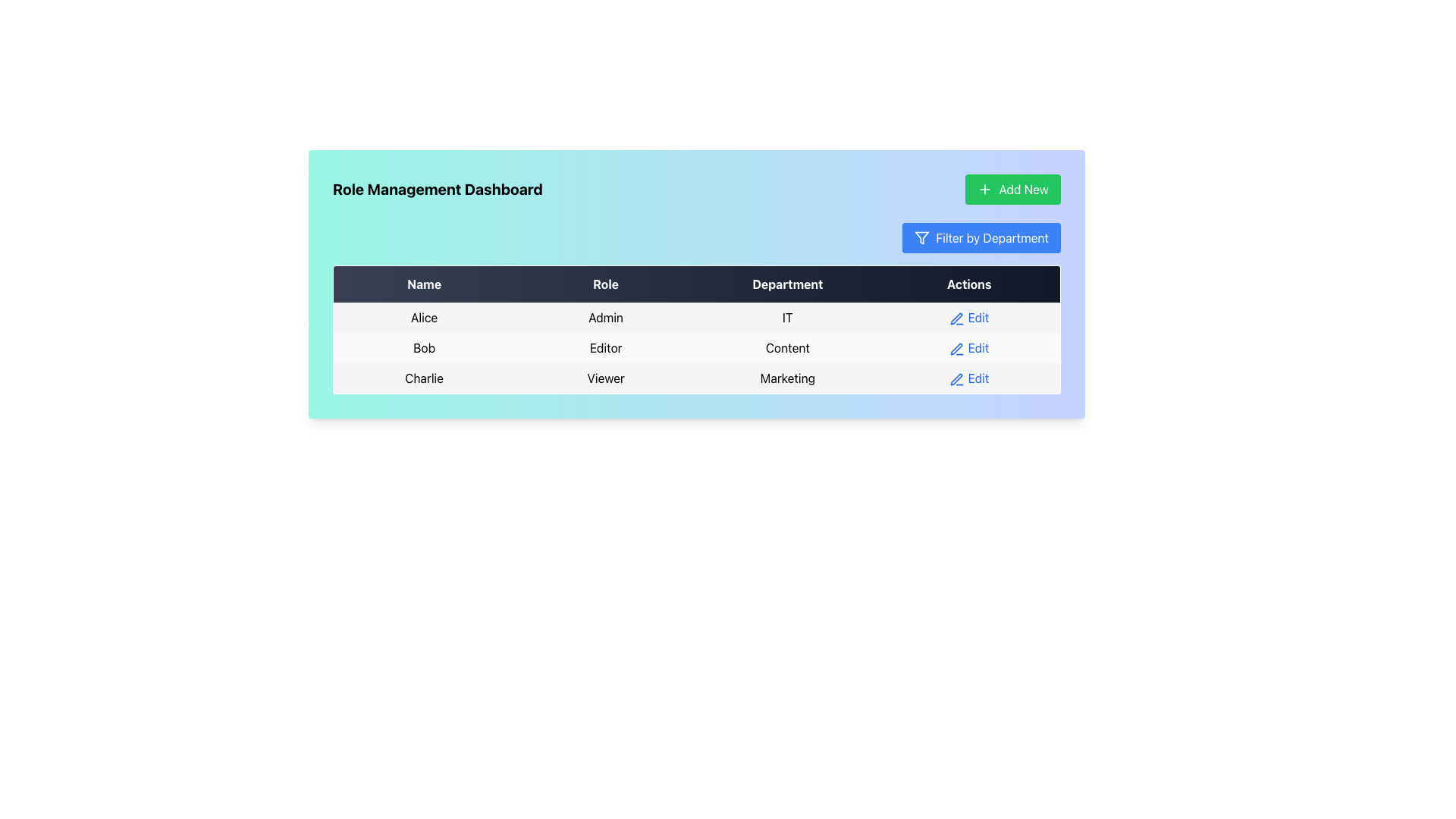  I want to click on the non-interactive label indicating the department name in the third row of the table under the 'Department' column, so click(787, 378).